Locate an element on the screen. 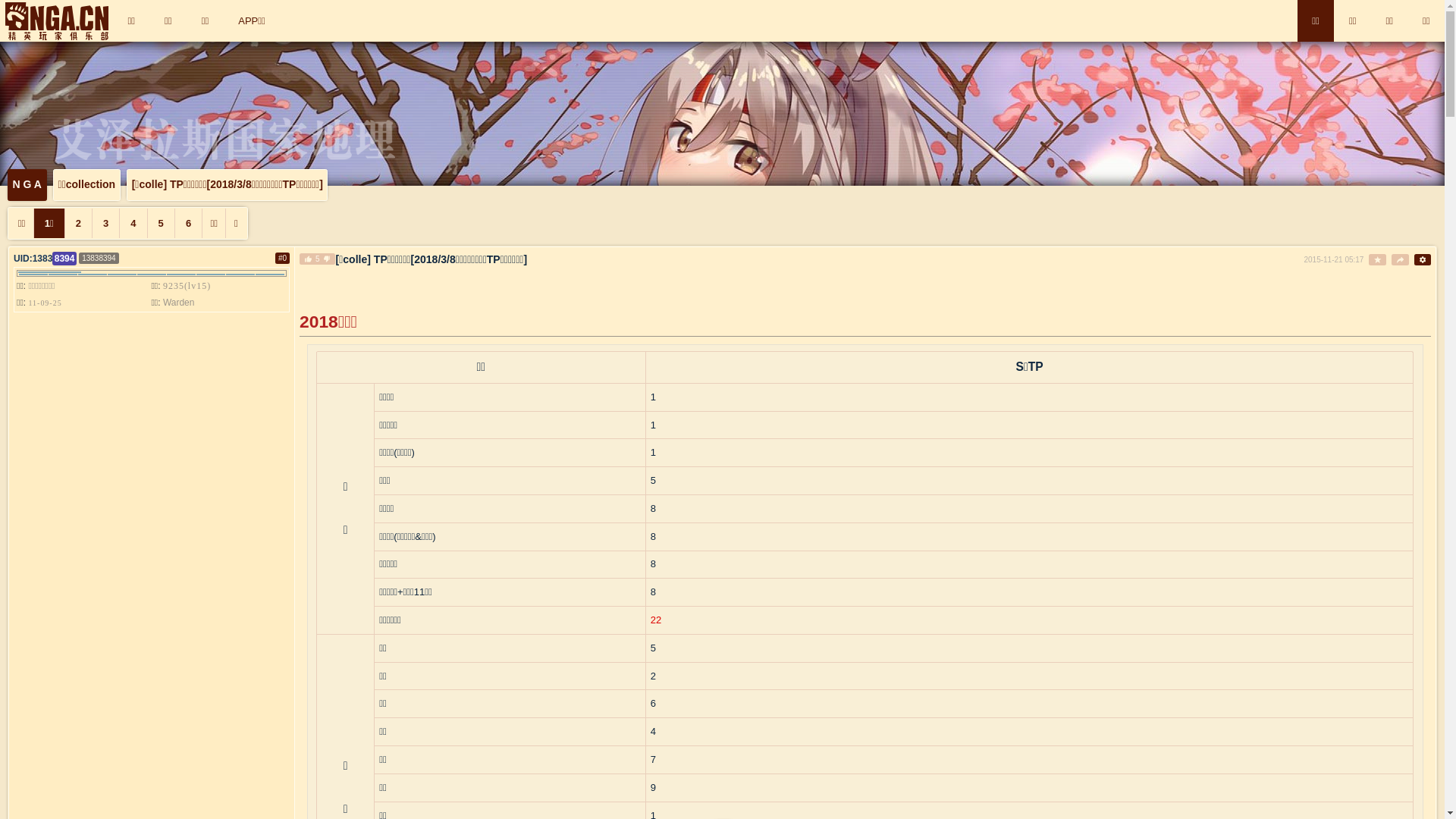  '#0' is located at coordinates (282, 257).